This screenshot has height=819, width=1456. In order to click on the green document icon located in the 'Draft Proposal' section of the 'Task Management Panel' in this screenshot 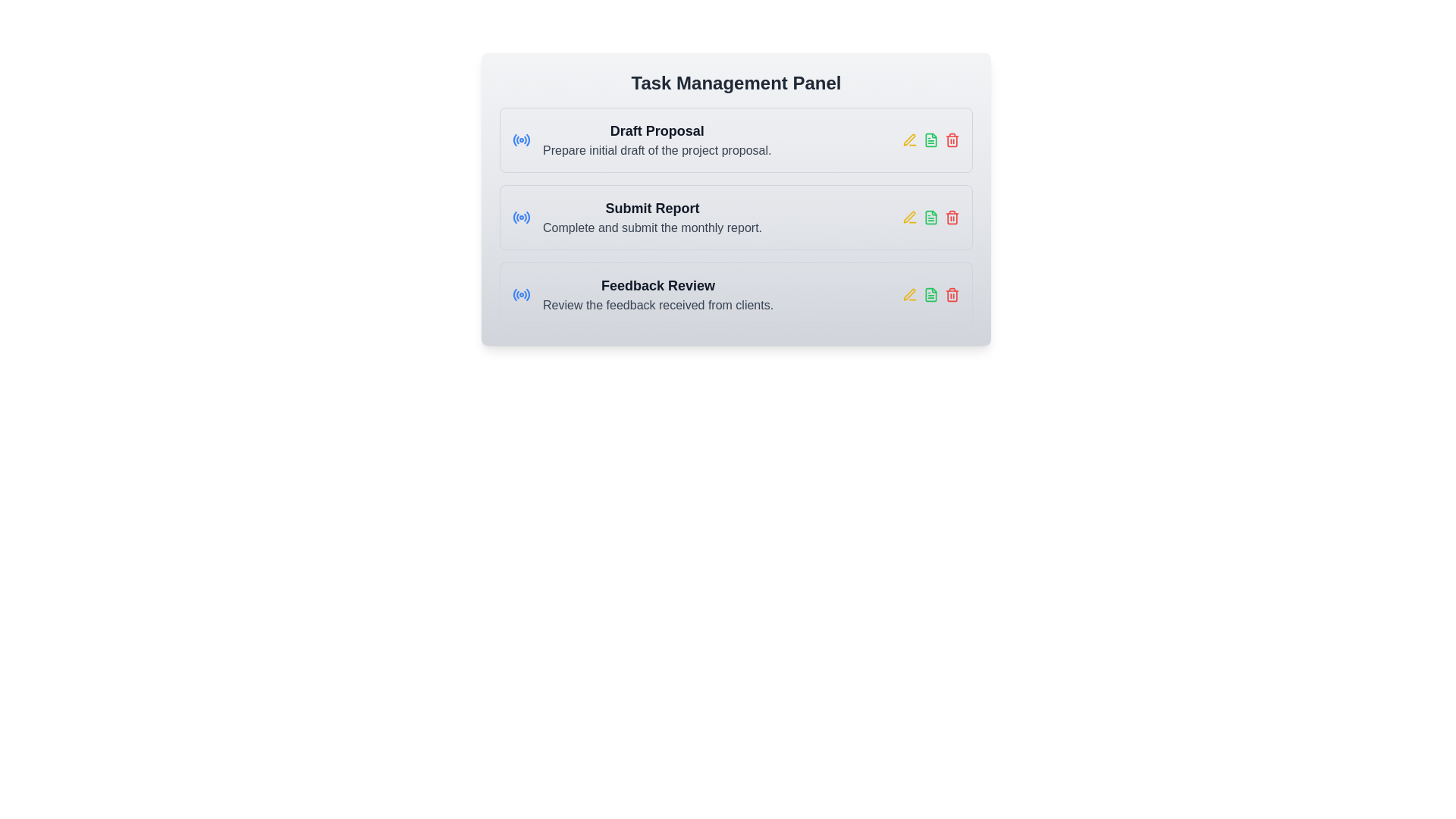, I will do `click(930, 140)`.